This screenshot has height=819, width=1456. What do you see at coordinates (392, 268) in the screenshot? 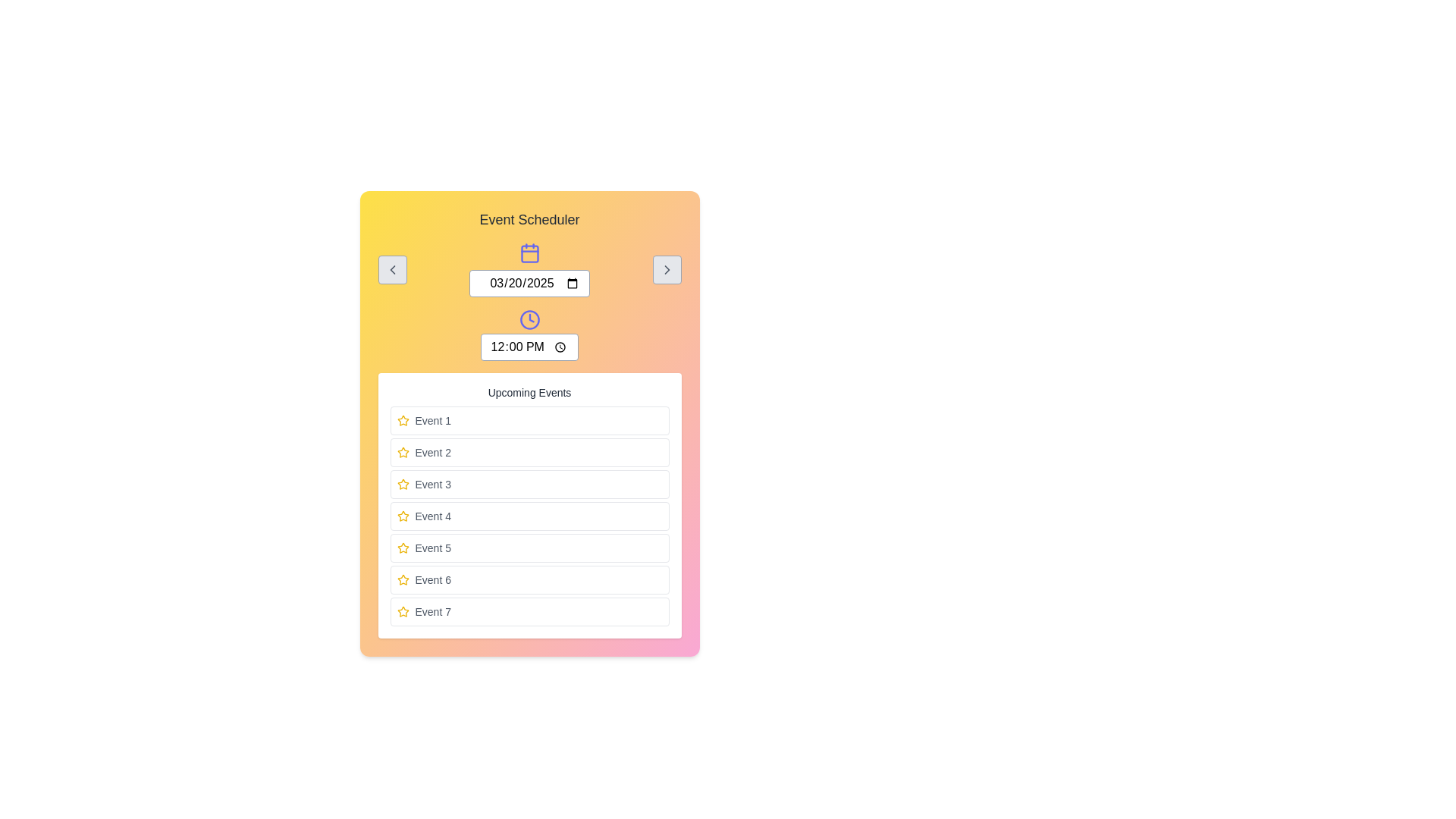
I see `the left arrow icon within the navigation button in the Event Scheduler interface` at bounding box center [392, 268].